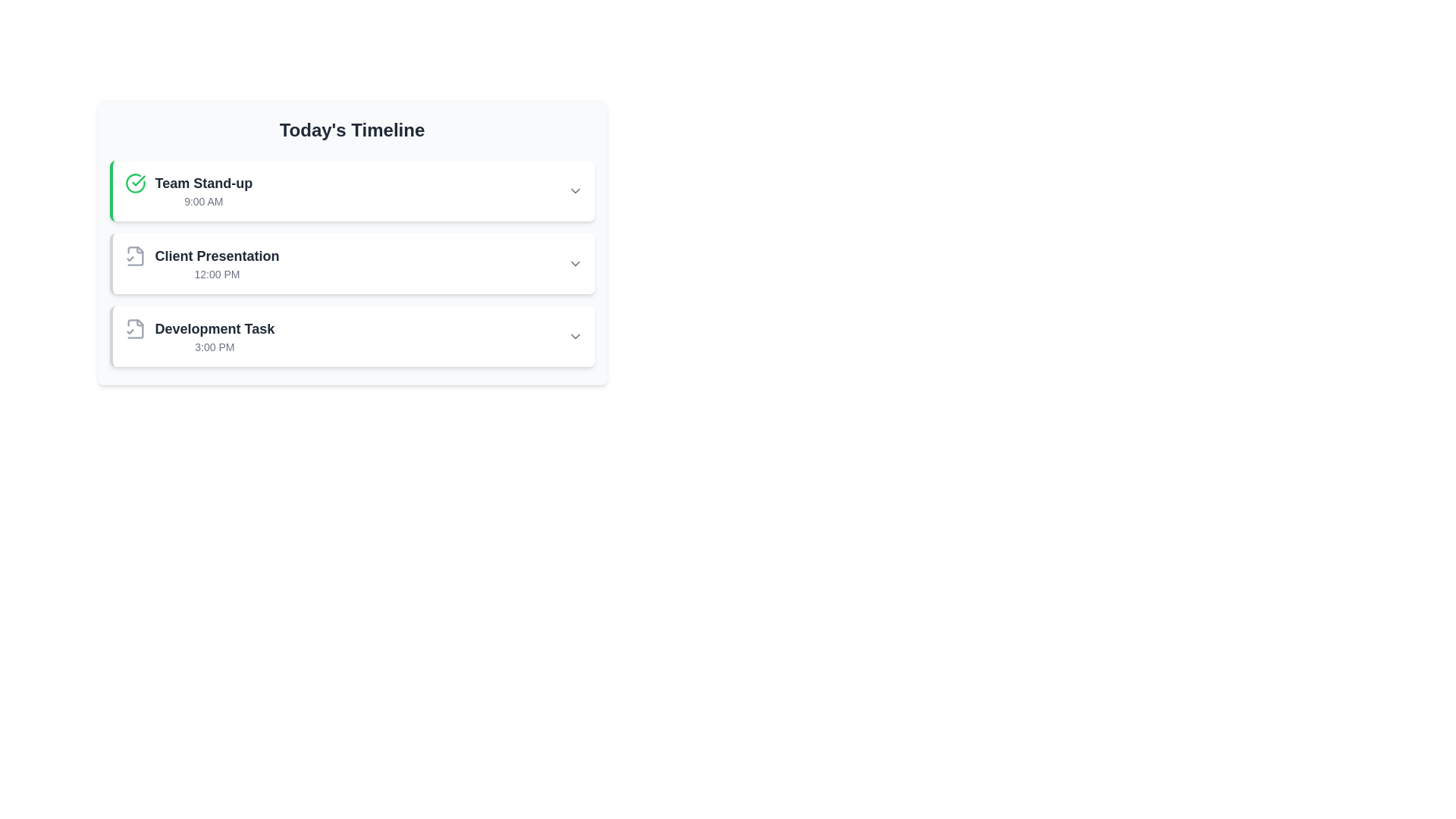 Image resolution: width=1456 pixels, height=819 pixels. Describe the element at coordinates (202, 201) in the screenshot. I see `the non-interactive text label displaying the time of the 'Team Stand-up' event in the timeline, located within the first entry of 'Today's Timeline'` at that location.